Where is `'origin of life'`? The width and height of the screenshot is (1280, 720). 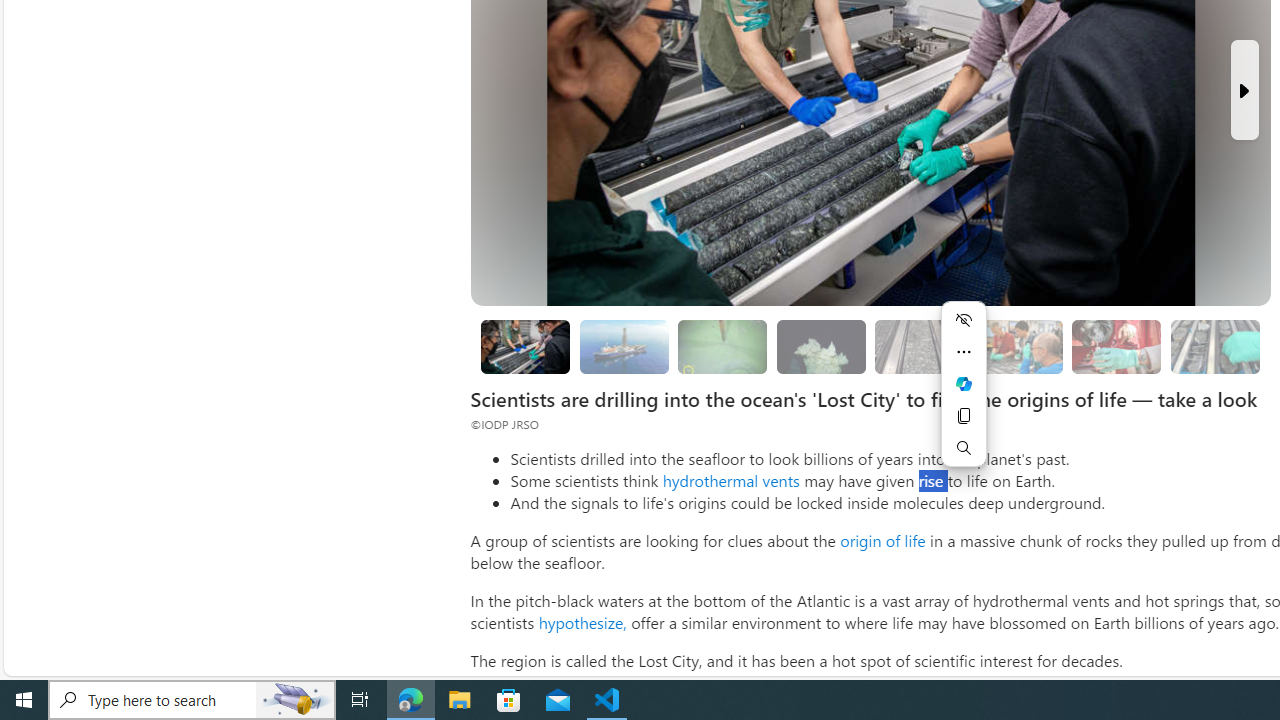 'origin of life' is located at coordinates (881, 540).